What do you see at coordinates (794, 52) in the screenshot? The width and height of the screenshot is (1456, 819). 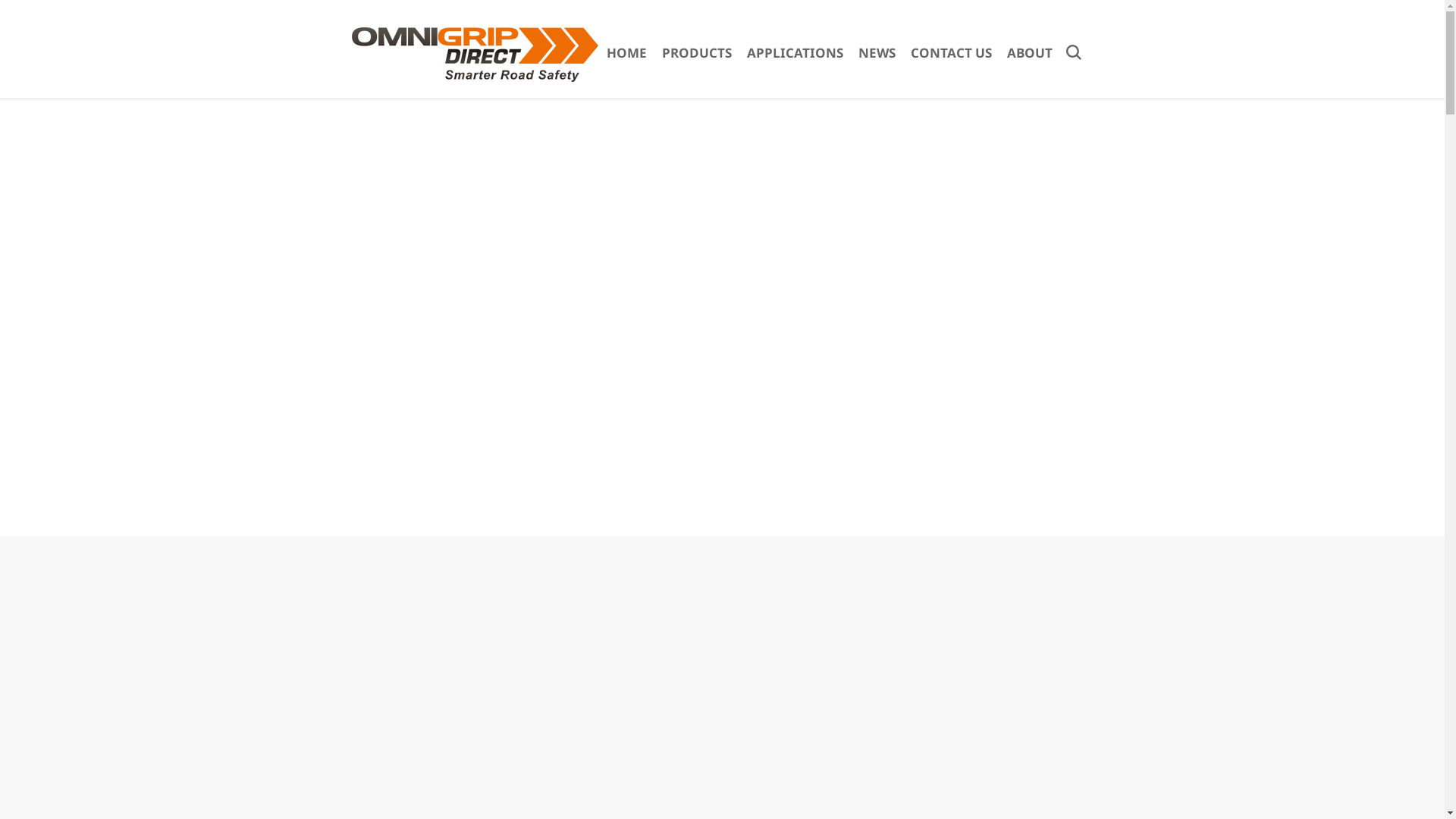 I see `'APPLICATIONS'` at bounding box center [794, 52].